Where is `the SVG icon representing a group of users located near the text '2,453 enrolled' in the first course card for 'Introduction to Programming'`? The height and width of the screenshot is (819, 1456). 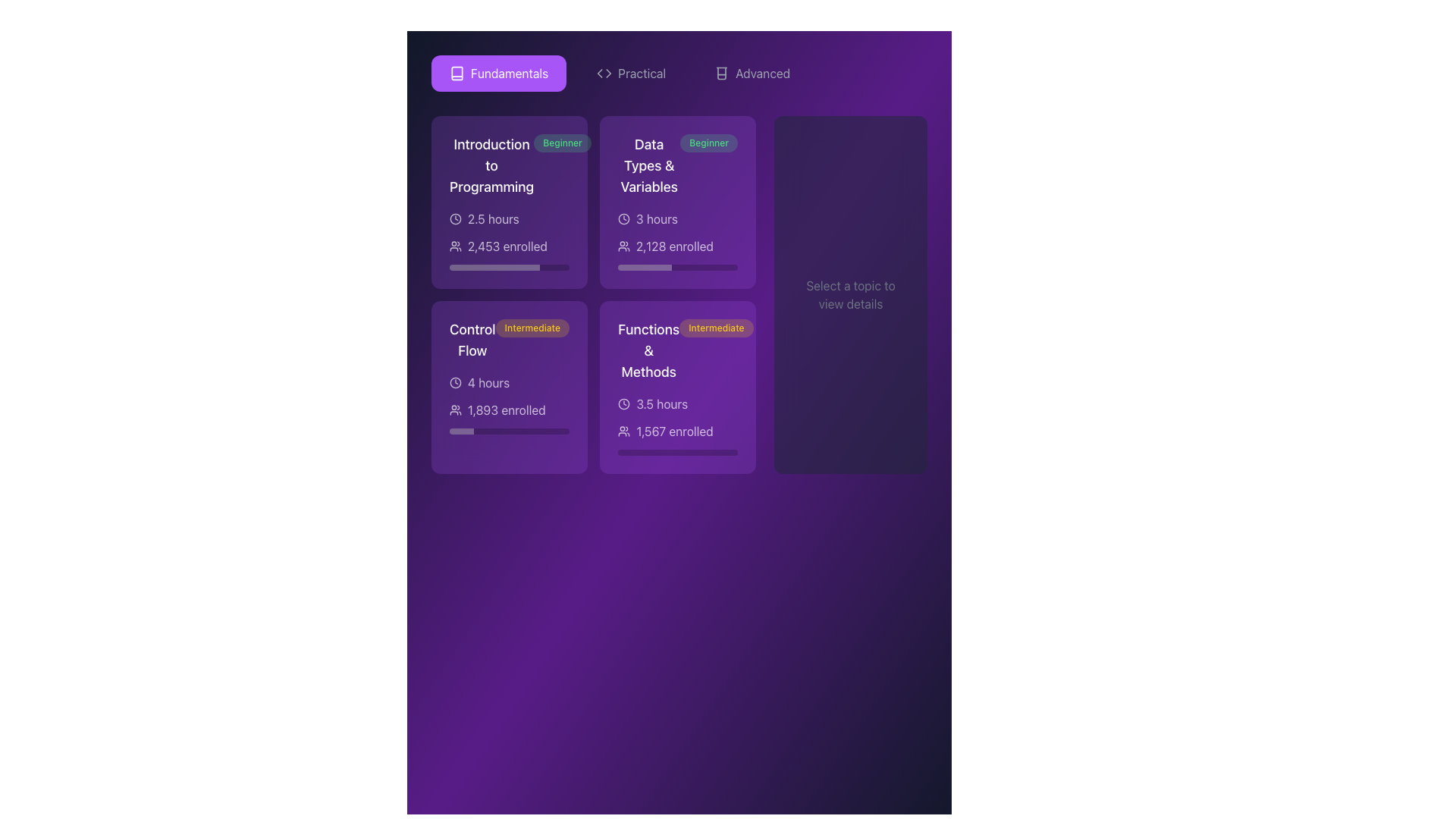
the SVG icon representing a group of users located near the text '2,453 enrolled' in the first course card for 'Introduction to Programming' is located at coordinates (454, 245).